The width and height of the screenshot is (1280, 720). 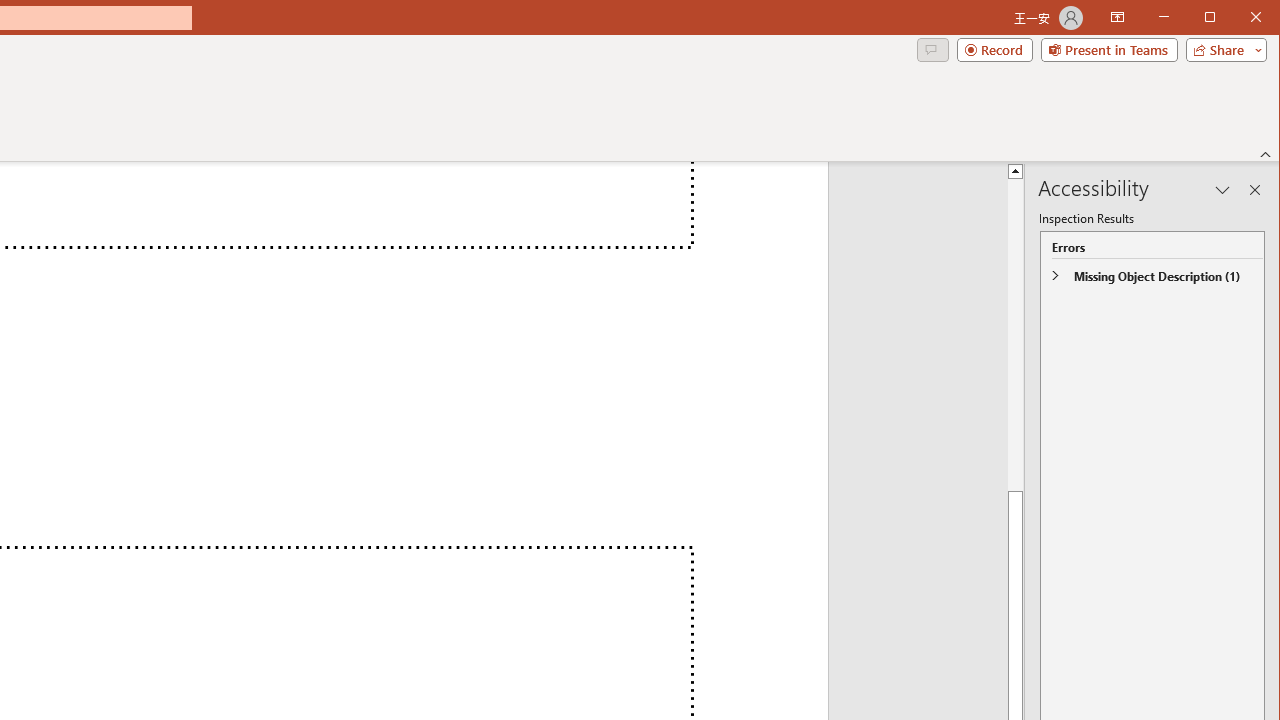 I want to click on 'Maximize', so click(x=1238, y=19).